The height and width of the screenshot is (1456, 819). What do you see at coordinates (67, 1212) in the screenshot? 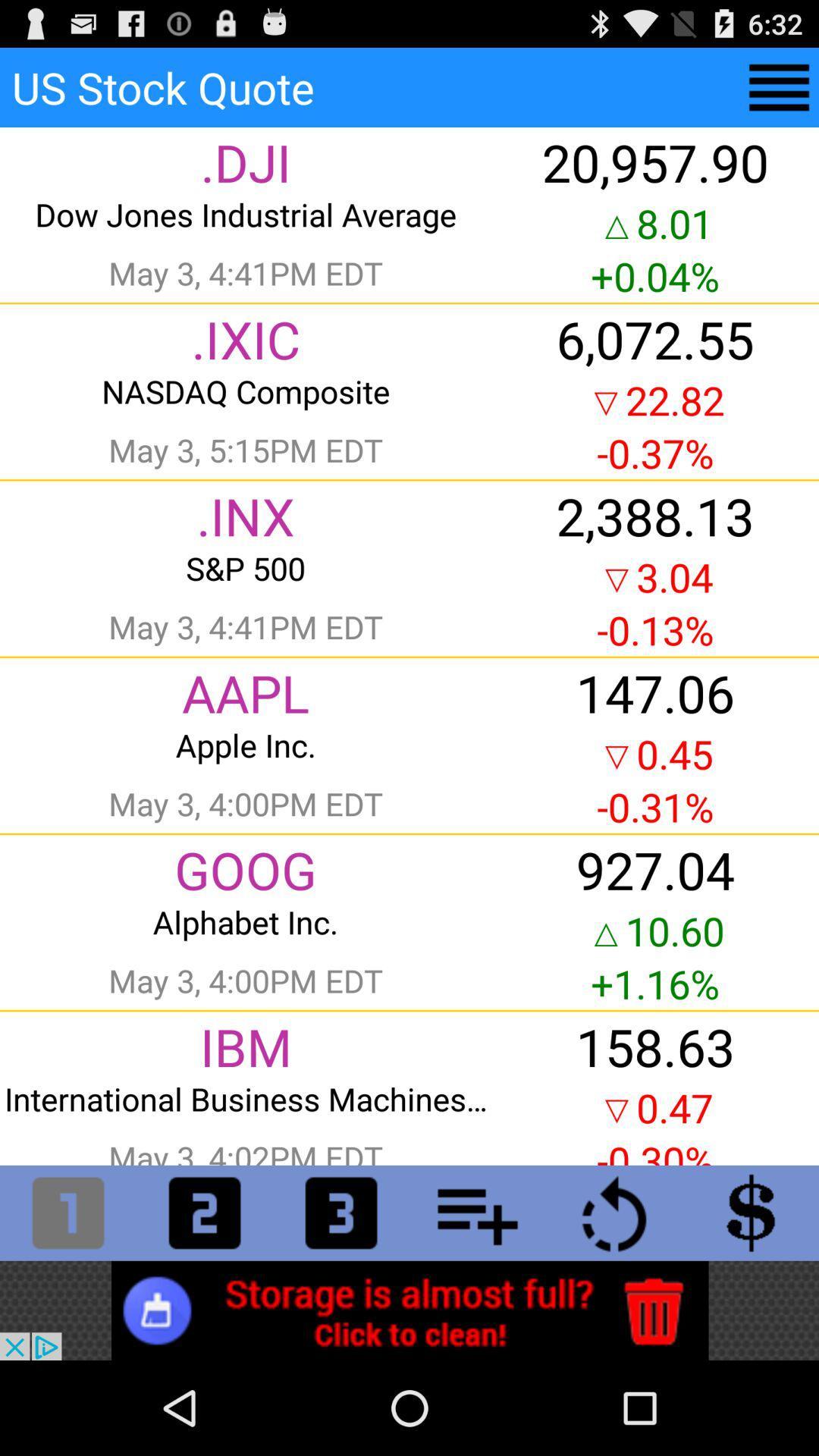
I see `quote` at bounding box center [67, 1212].